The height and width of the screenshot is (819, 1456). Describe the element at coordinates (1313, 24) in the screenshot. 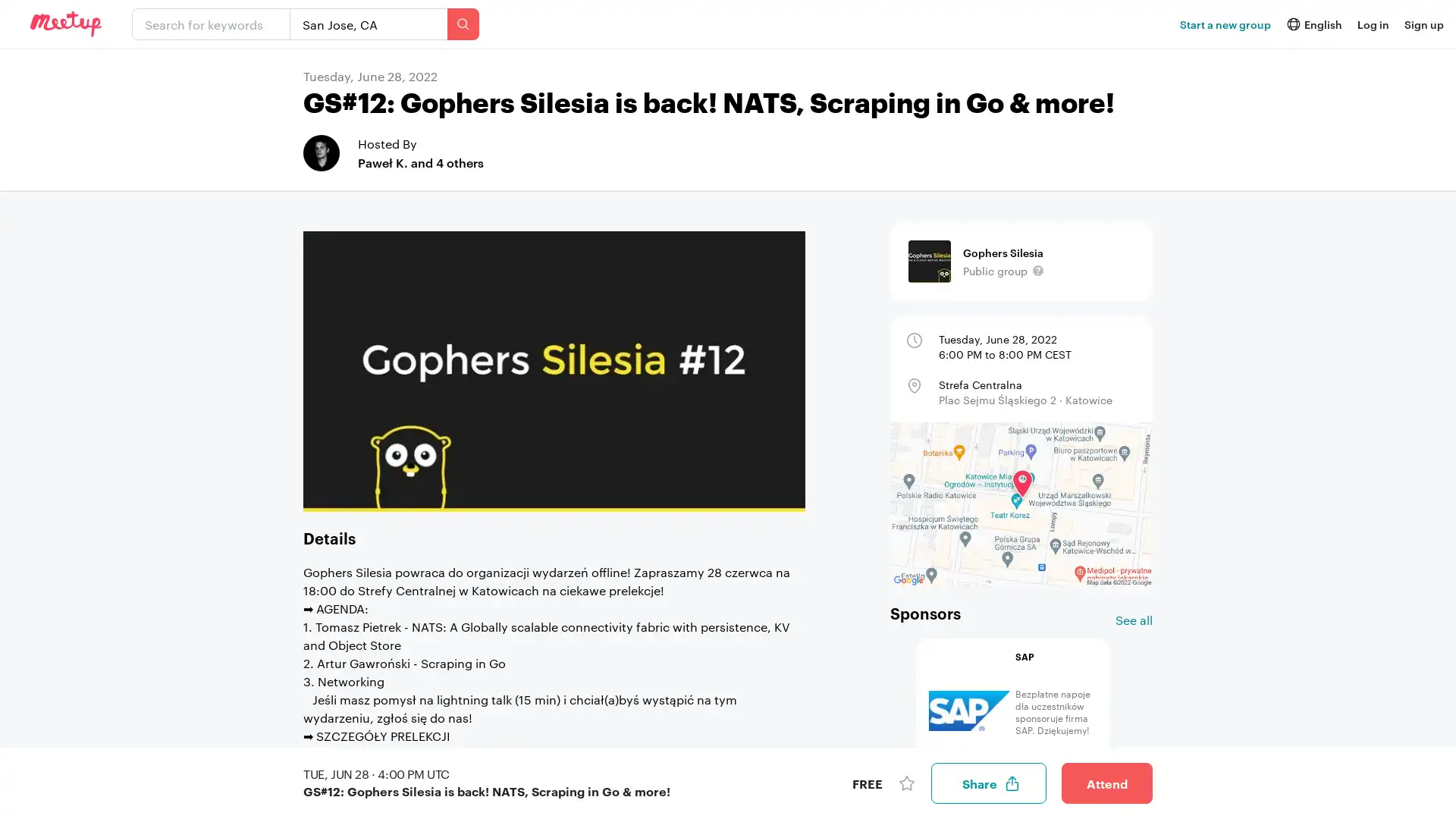

I see `icon English` at that location.